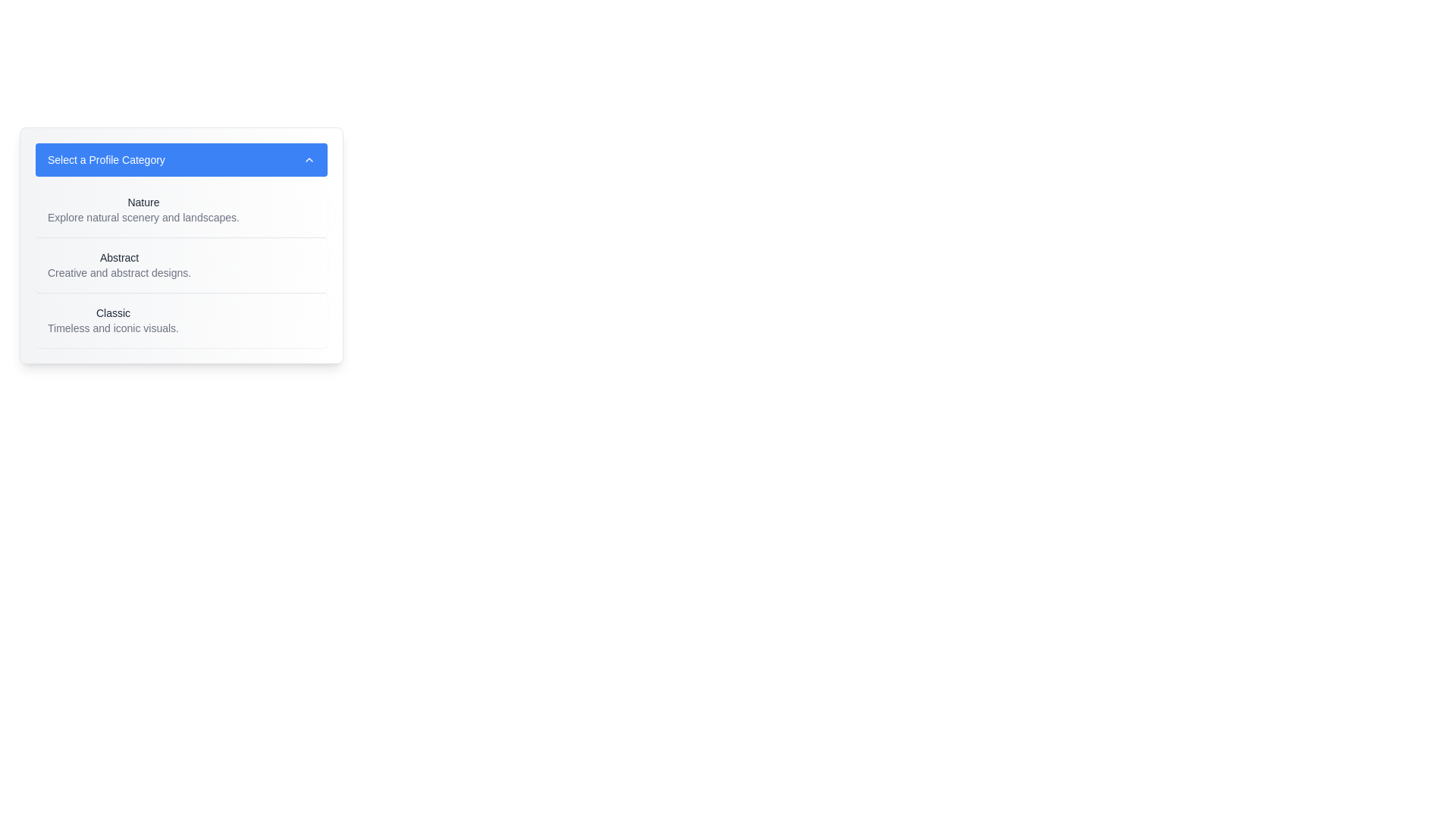 Image resolution: width=1456 pixels, height=819 pixels. I want to click on the first selectable option in the list under the 'Select a Profile Category' dropdown to choose a category related to nature and landscapes, so click(181, 210).